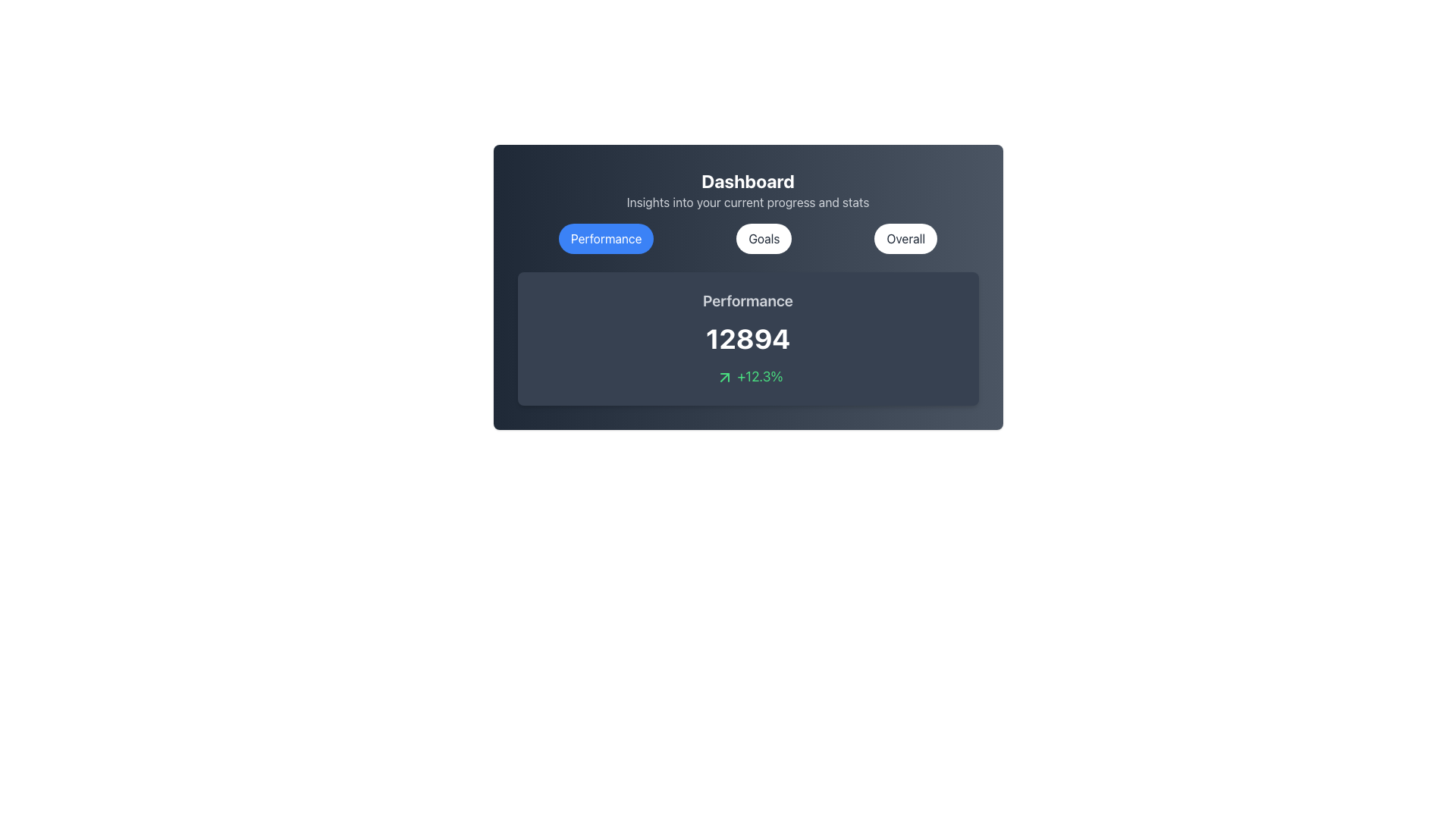 This screenshot has width=1456, height=819. Describe the element at coordinates (724, 377) in the screenshot. I see `the small green upward-right pointing arrow icon located within the performance summary box on the dashboard interface` at that location.